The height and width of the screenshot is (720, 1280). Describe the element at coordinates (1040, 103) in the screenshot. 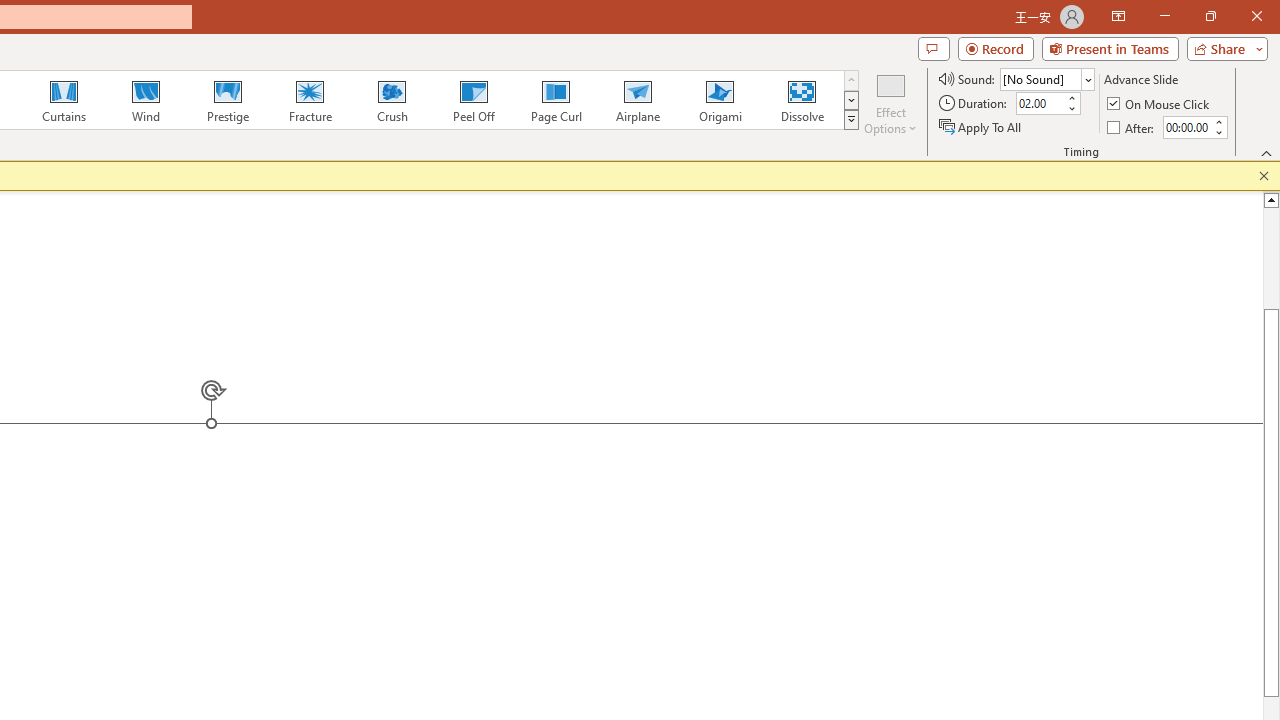

I see `'Duration'` at that location.